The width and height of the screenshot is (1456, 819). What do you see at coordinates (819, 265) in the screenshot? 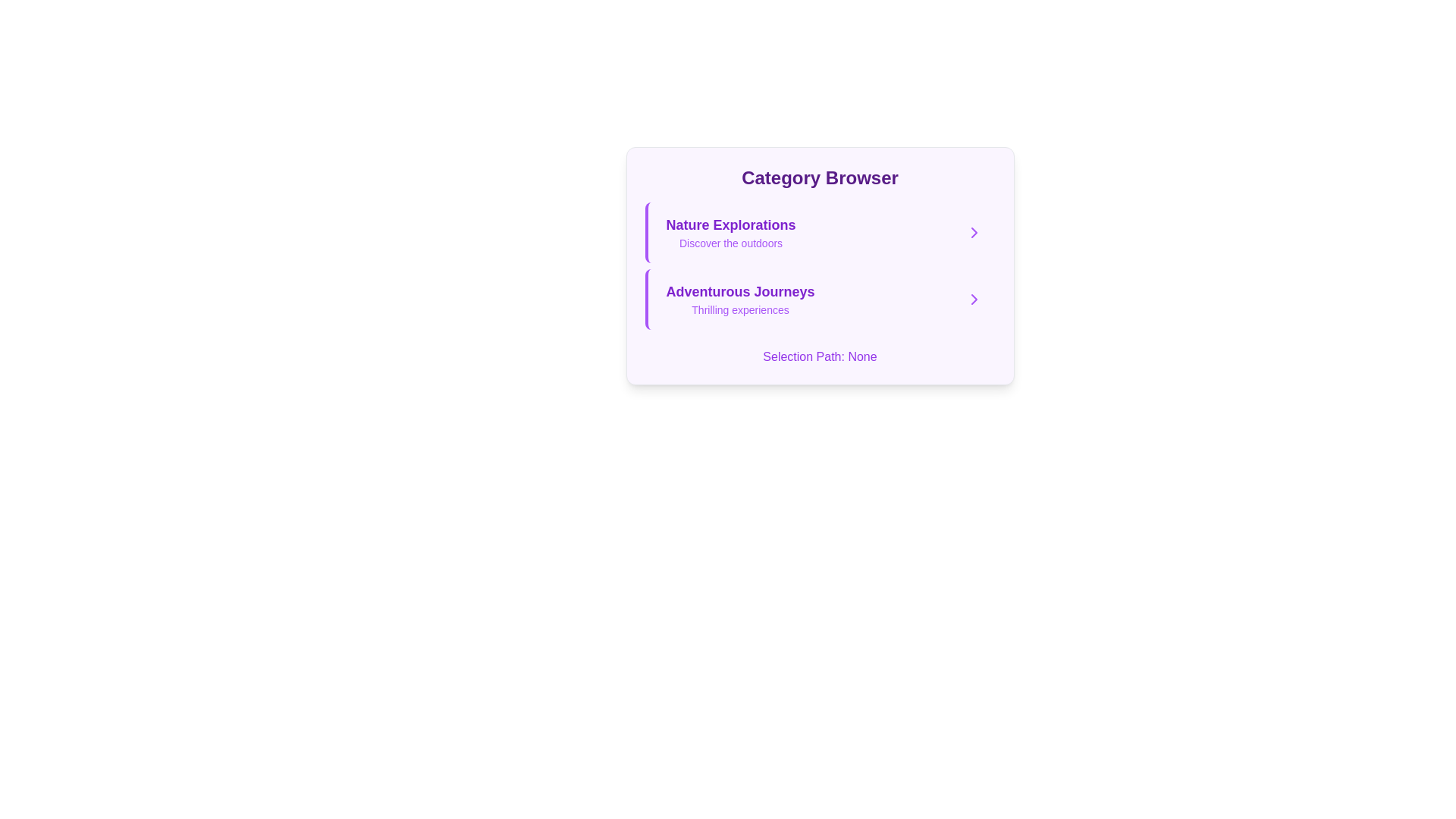
I see `the Navigational menu containing the entries 'Nature Explorations' and 'Adventurous Journeys'` at bounding box center [819, 265].